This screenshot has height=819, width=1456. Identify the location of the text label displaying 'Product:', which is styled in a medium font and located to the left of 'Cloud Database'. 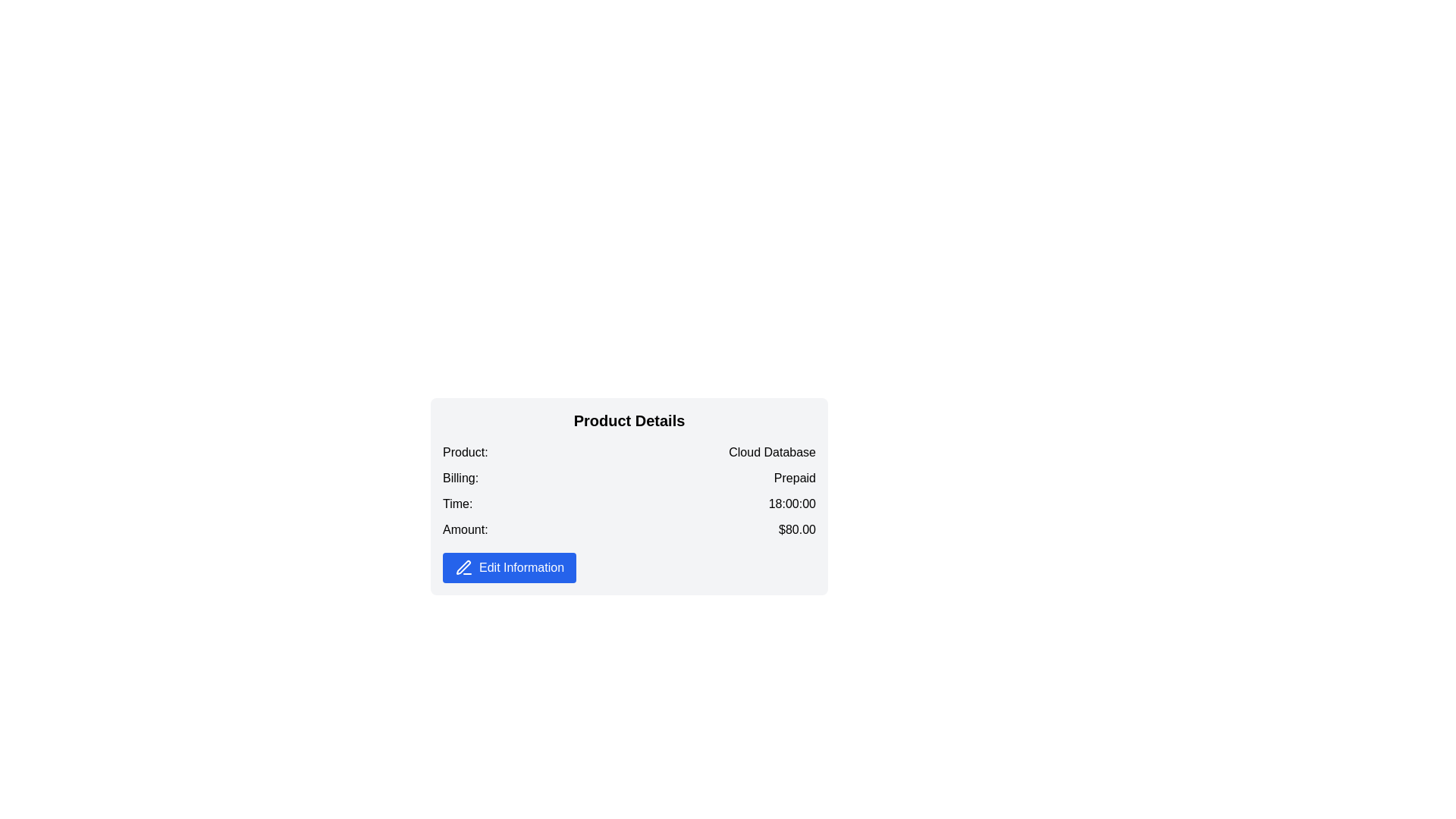
(464, 452).